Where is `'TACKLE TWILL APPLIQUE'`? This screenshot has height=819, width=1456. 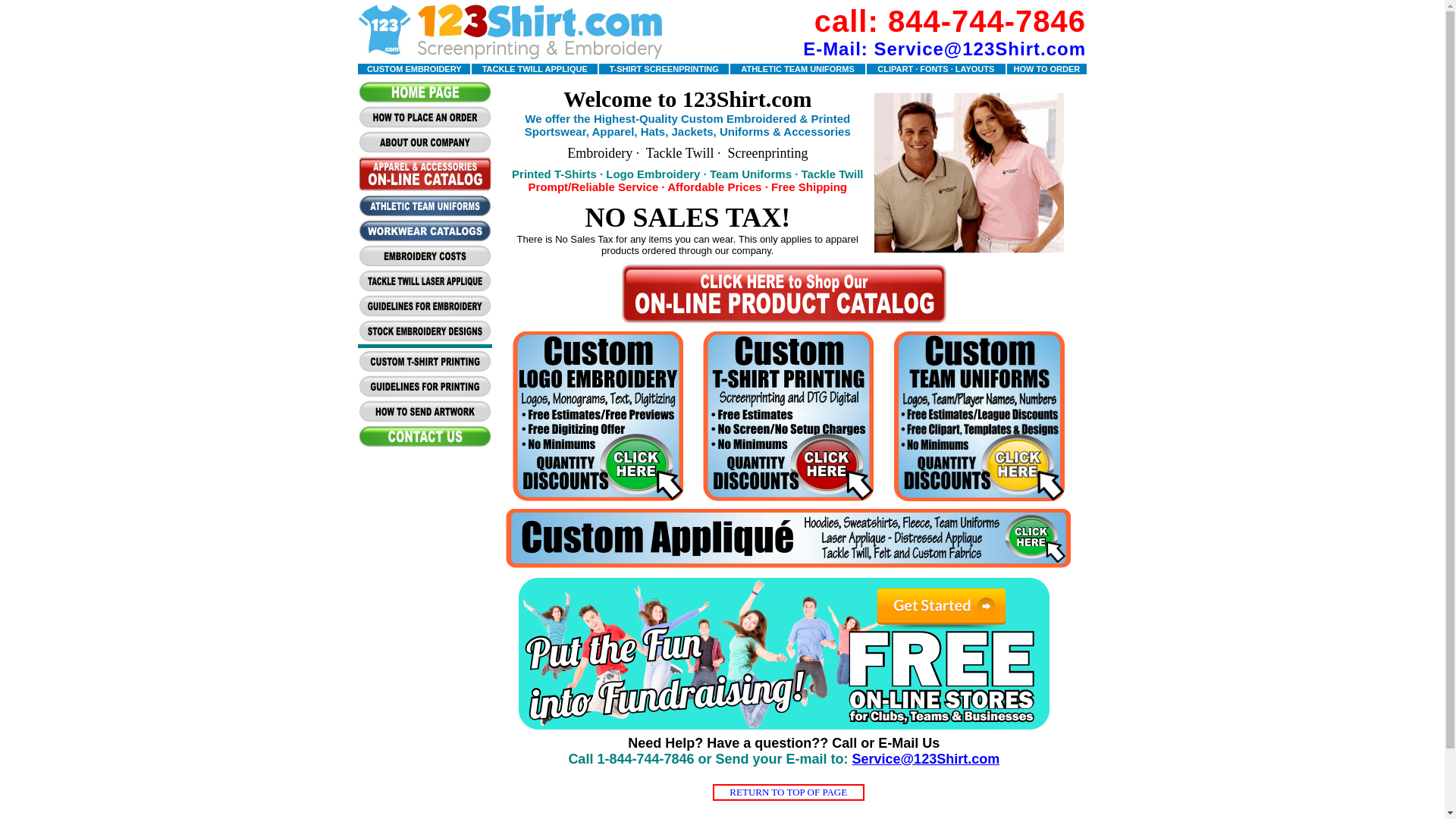
'TACKLE TWILL APPLIQUE' is located at coordinates (535, 67).